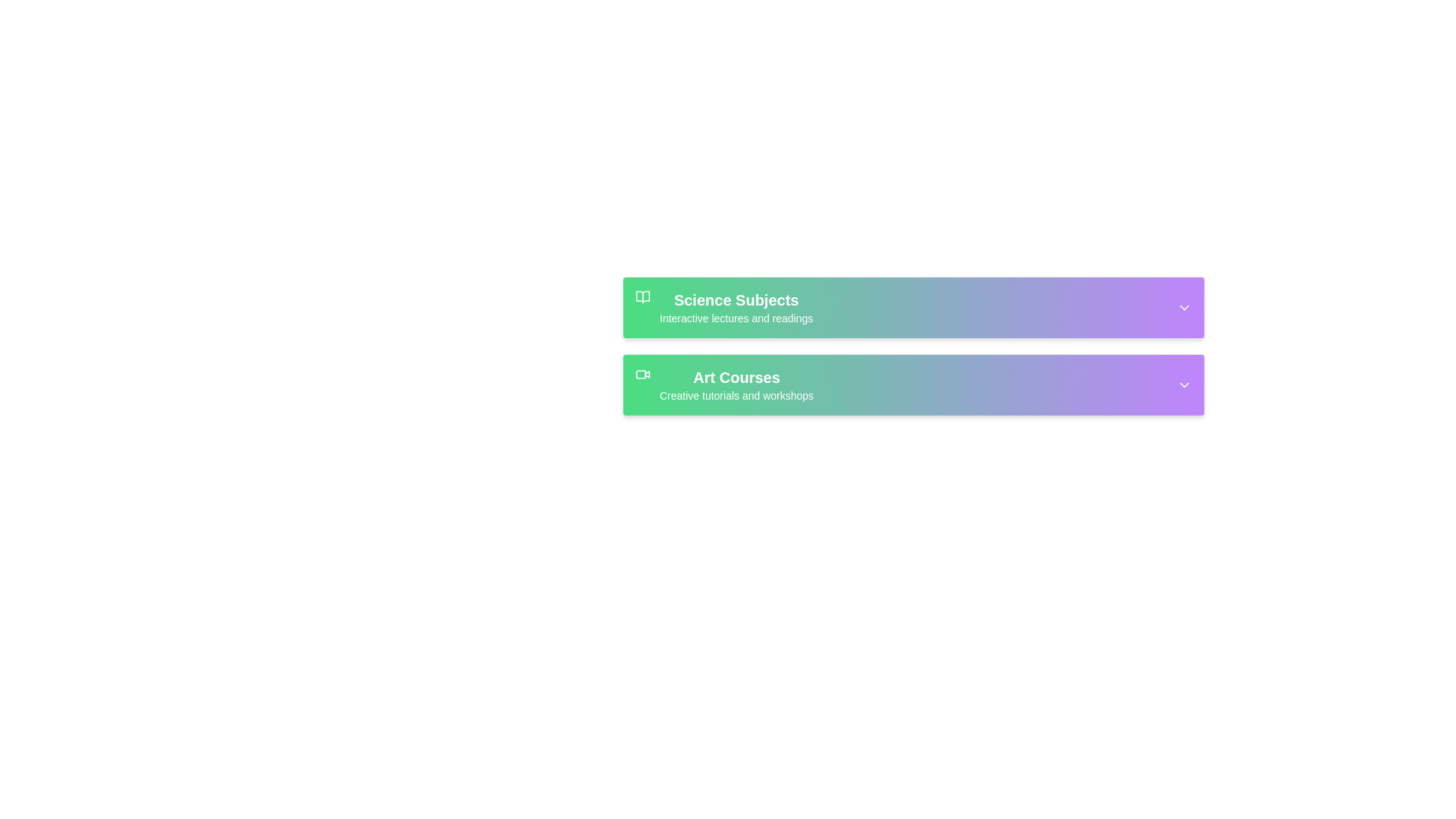 This screenshot has width=1456, height=819. What do you see at coordinates (736, 394) in the screenshot?
I see `information displayed in the text block that contains 'Creative tutorials and workshops', which is located directly below the 'Art Courses' title` at bounding box center [736, 394].